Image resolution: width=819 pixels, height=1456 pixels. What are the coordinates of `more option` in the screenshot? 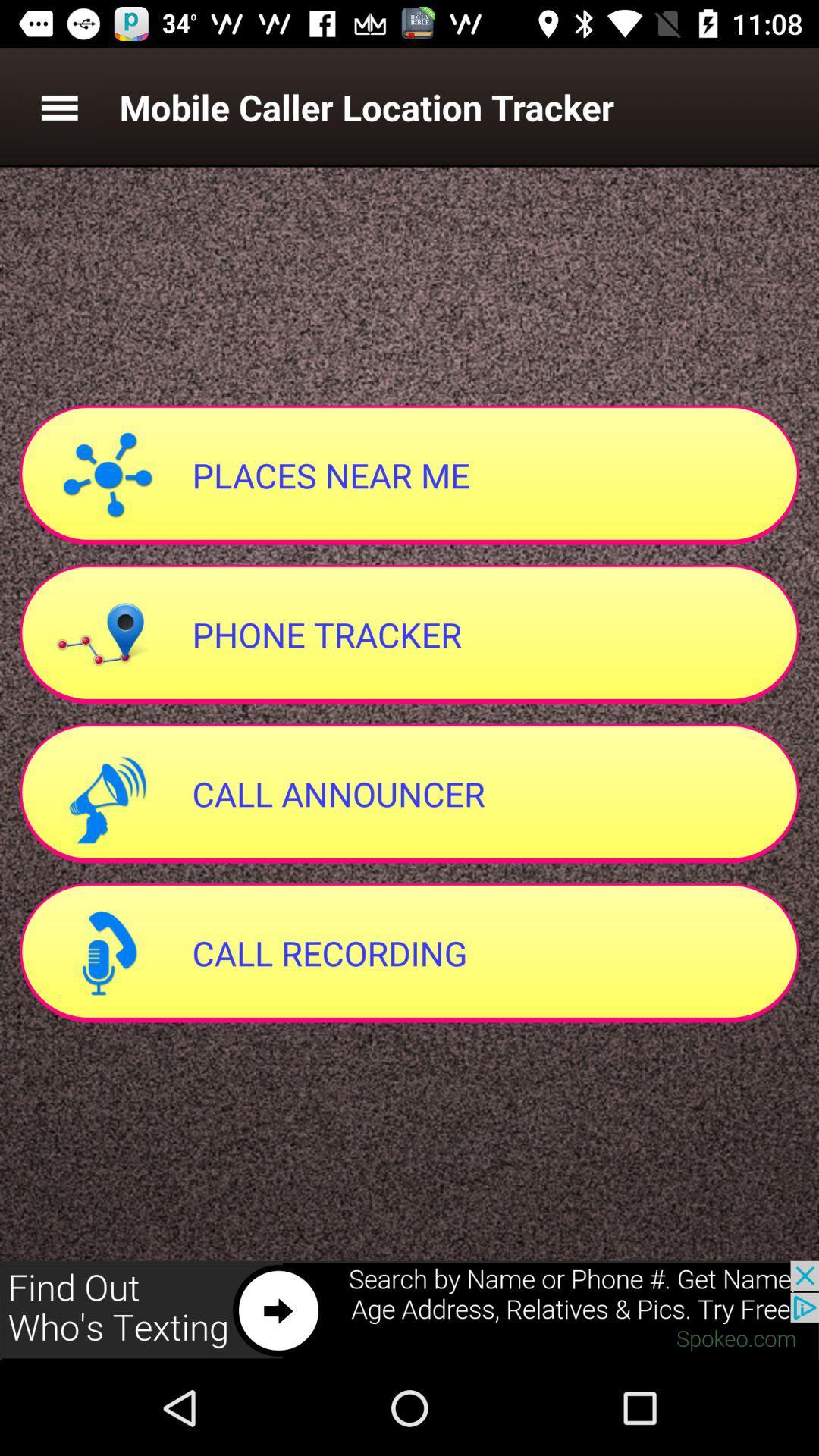 It's located at (58, 106).